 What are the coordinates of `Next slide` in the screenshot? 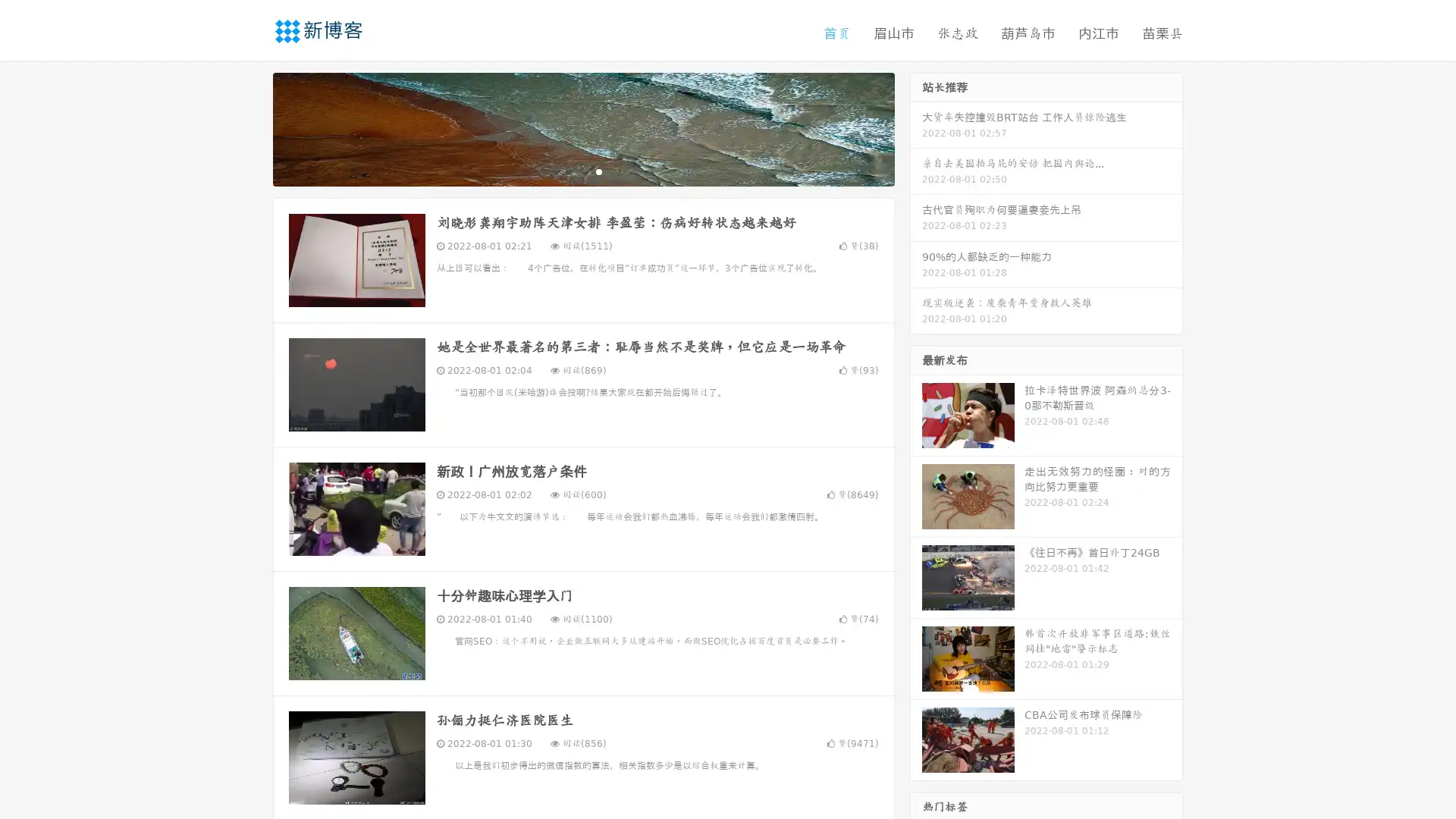 It's located at (916, 127).